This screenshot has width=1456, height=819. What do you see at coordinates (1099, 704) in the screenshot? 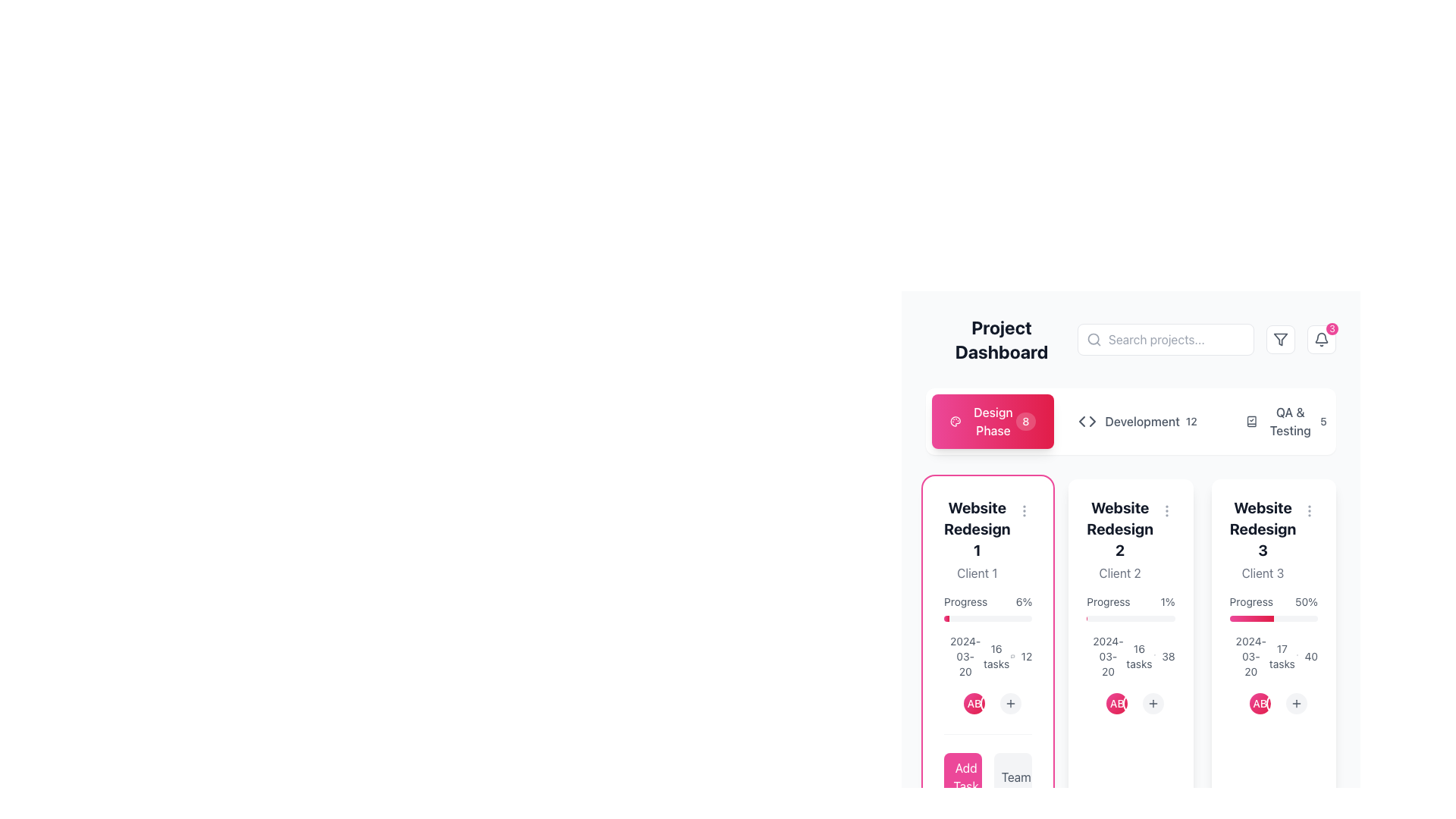
I see `the first circular Avatar or badge component with a gradient background and the letters 'AB' in the center, located within the card labeled 'Website Redesign 2'` at bounding box center [1099, 704].